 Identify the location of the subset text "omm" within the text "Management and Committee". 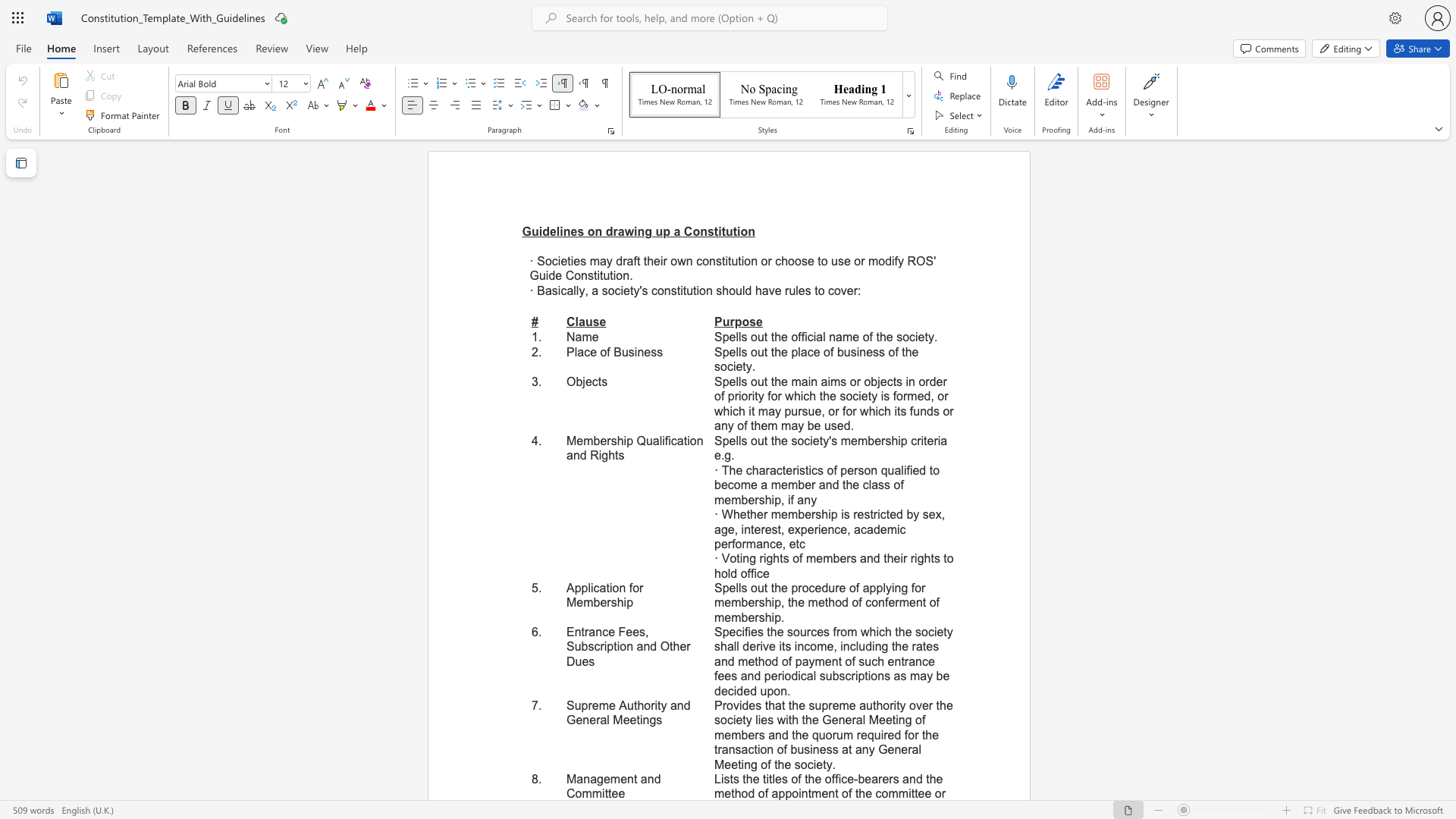
(574, 792).